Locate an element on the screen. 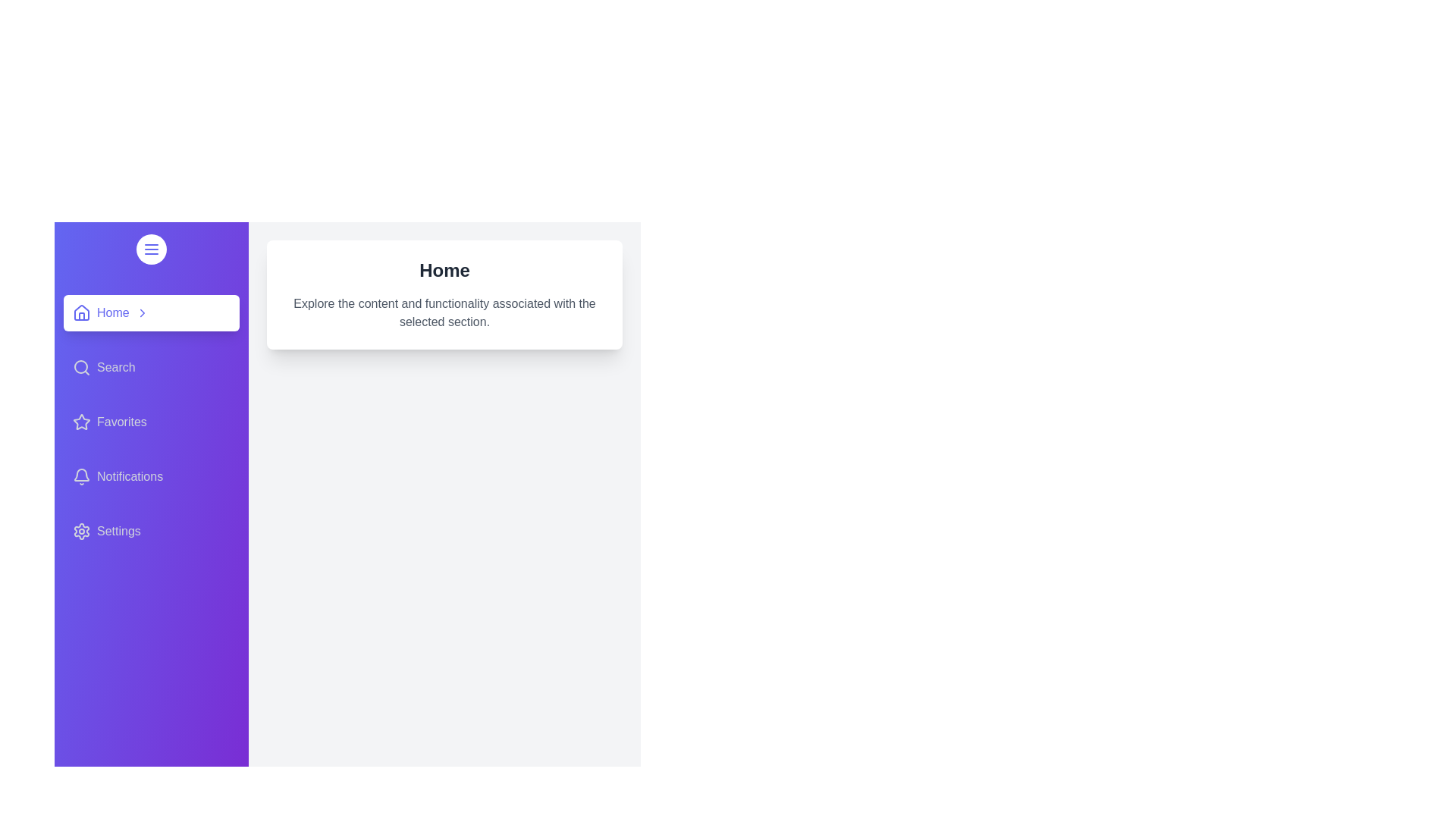  the menu button to toggle the drawer state is located at coordinates (152, 248).